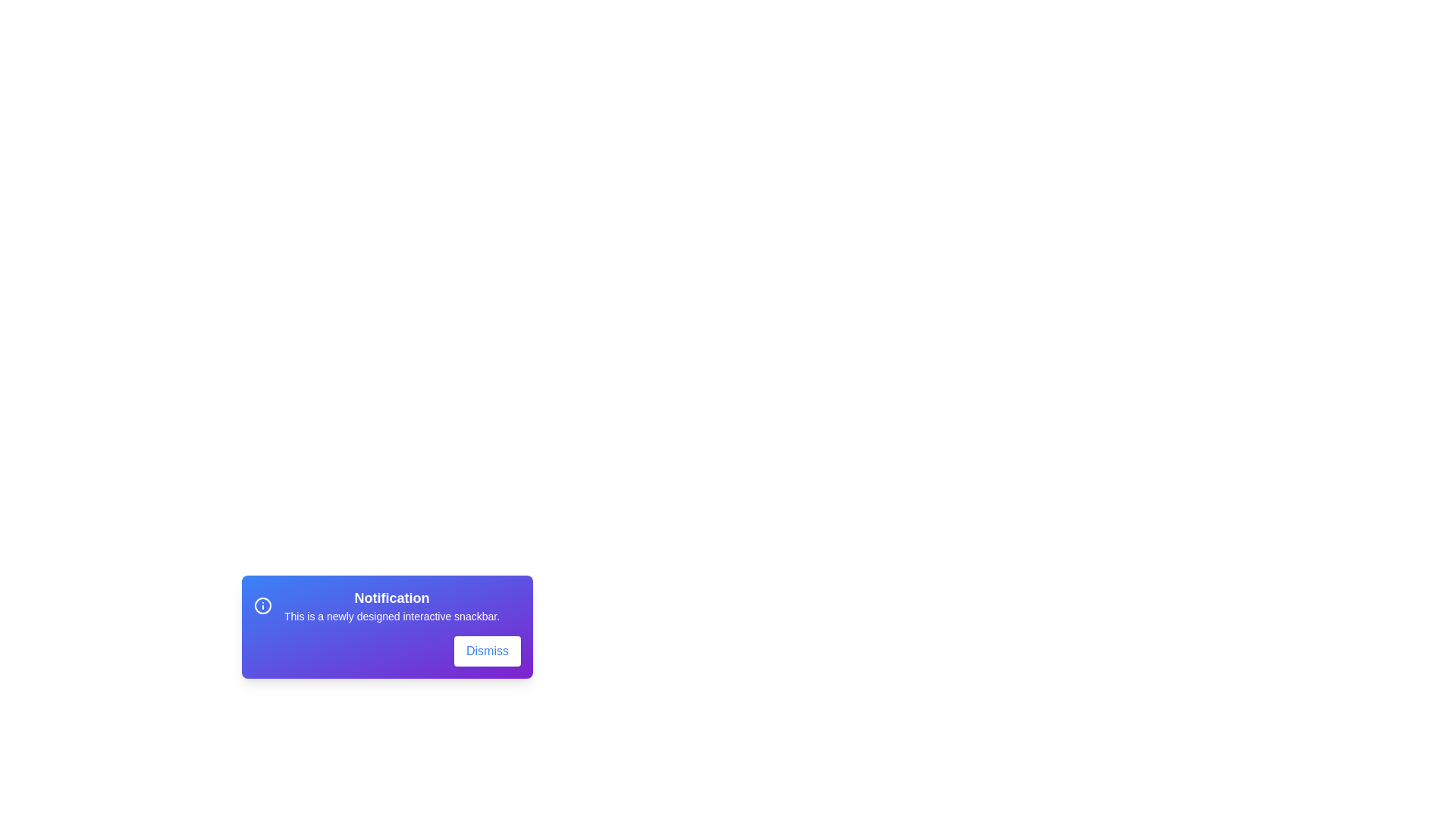  What do you see at coordinates (262, 604) in the screenshot?
I see `the circular SVG icon element located in the top-left corner of the notification banner` at bounding box center [262, 604].